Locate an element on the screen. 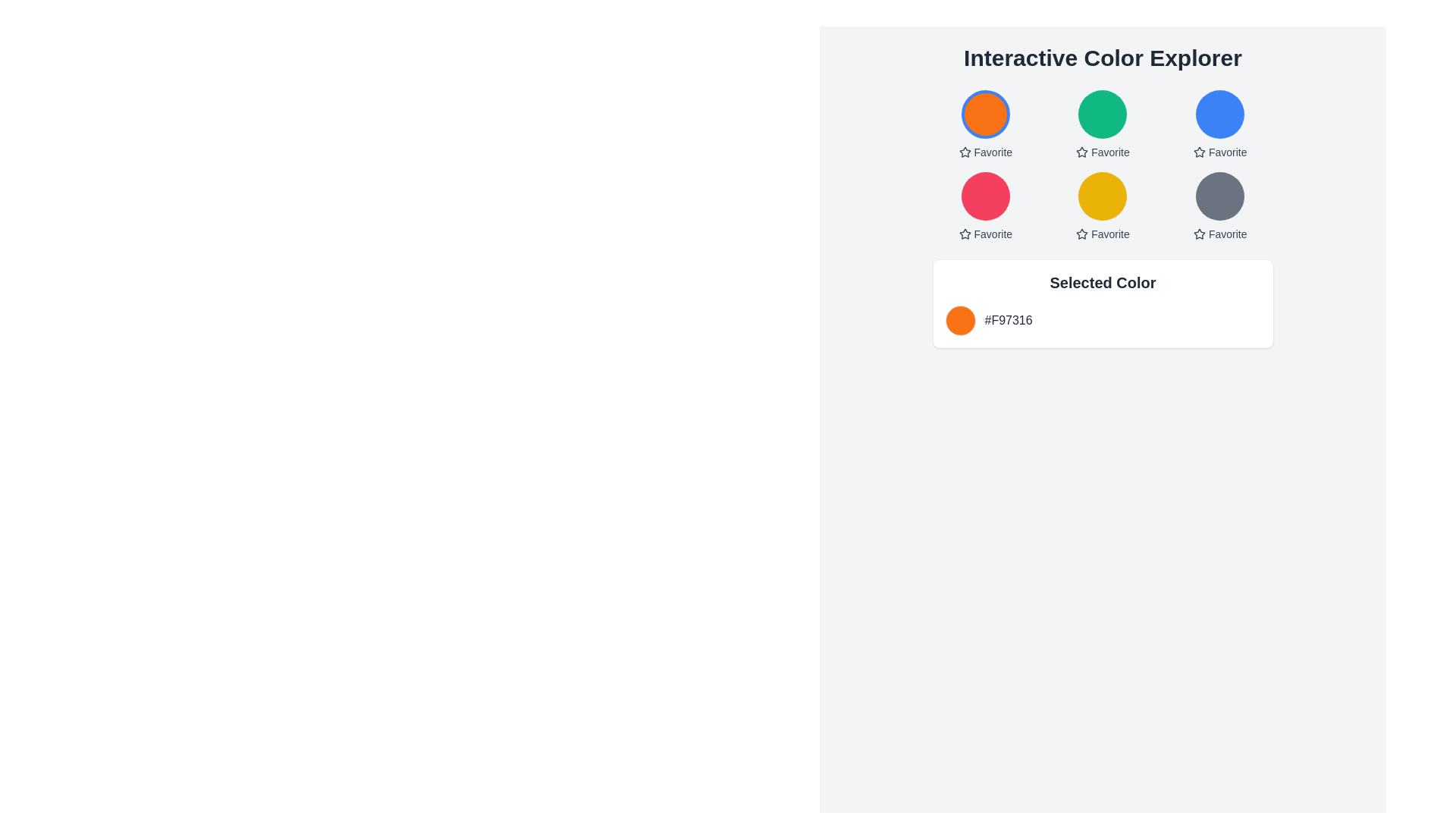 The height and width of the screenshot is (819, 1456). the Text Label that indicates the function of the associated star icon for marking items as favorites, located in the top row, third column of the grid layout is located at coordinates (1228, 152).